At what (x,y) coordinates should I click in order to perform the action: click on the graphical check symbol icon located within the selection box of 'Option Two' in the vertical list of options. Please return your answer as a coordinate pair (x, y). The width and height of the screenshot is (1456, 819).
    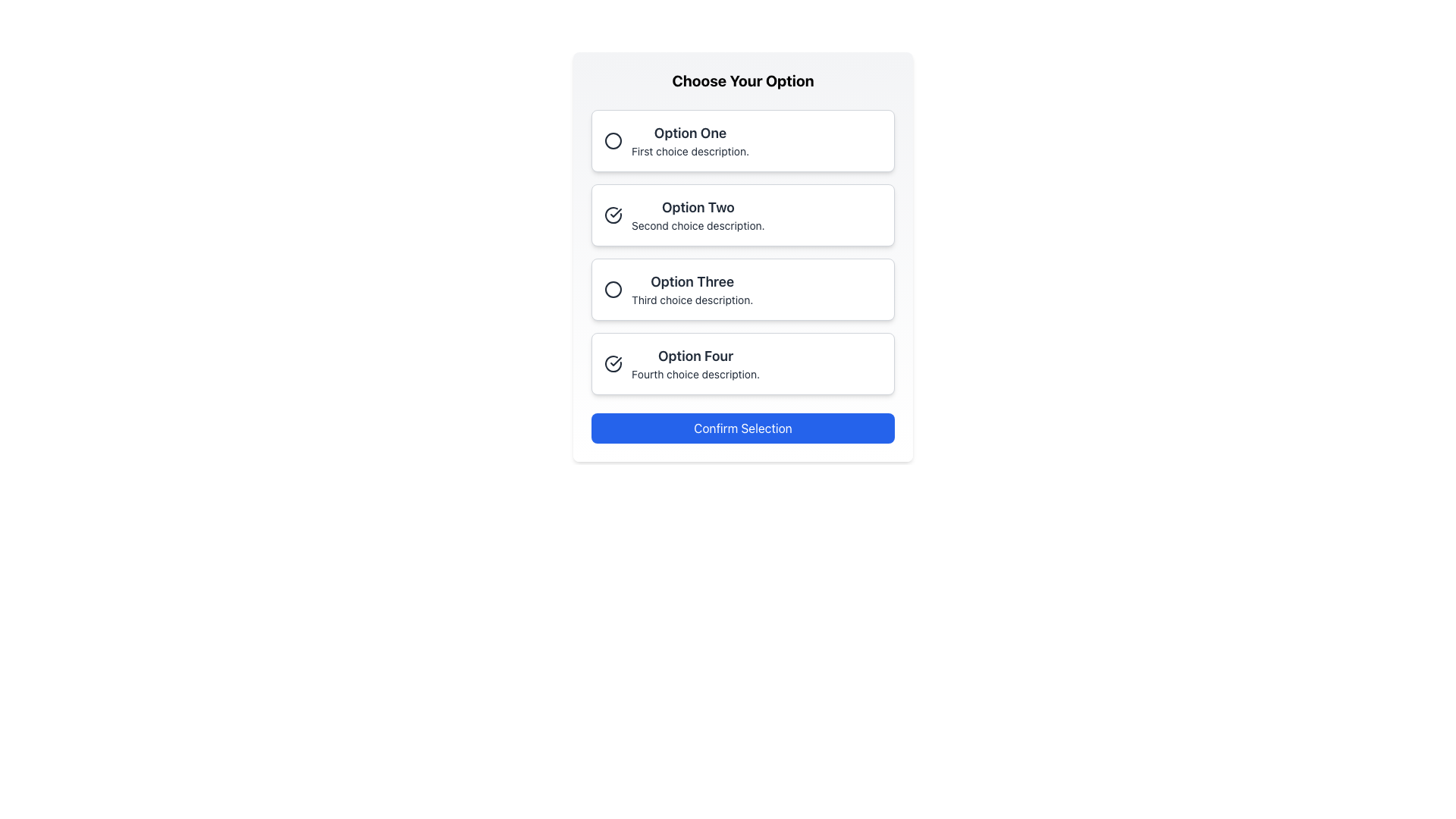
    Looking at the image, I should click on (616, 213).